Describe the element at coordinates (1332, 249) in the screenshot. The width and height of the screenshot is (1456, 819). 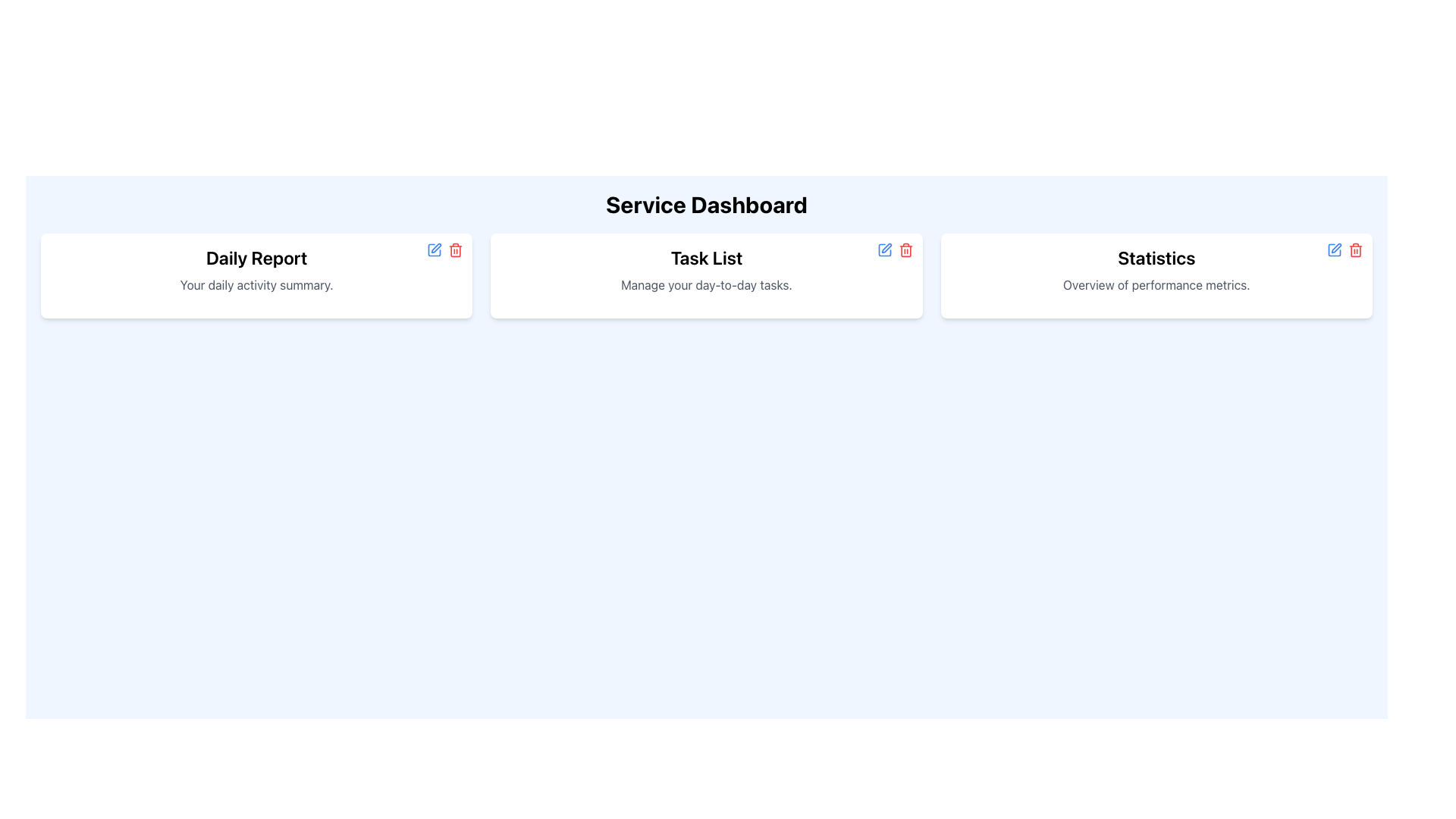
I see `the small blue edit icon shaped like a pen located at the top-right corner of the card labeled 'Statistics' to initiate the edit function` at that location.